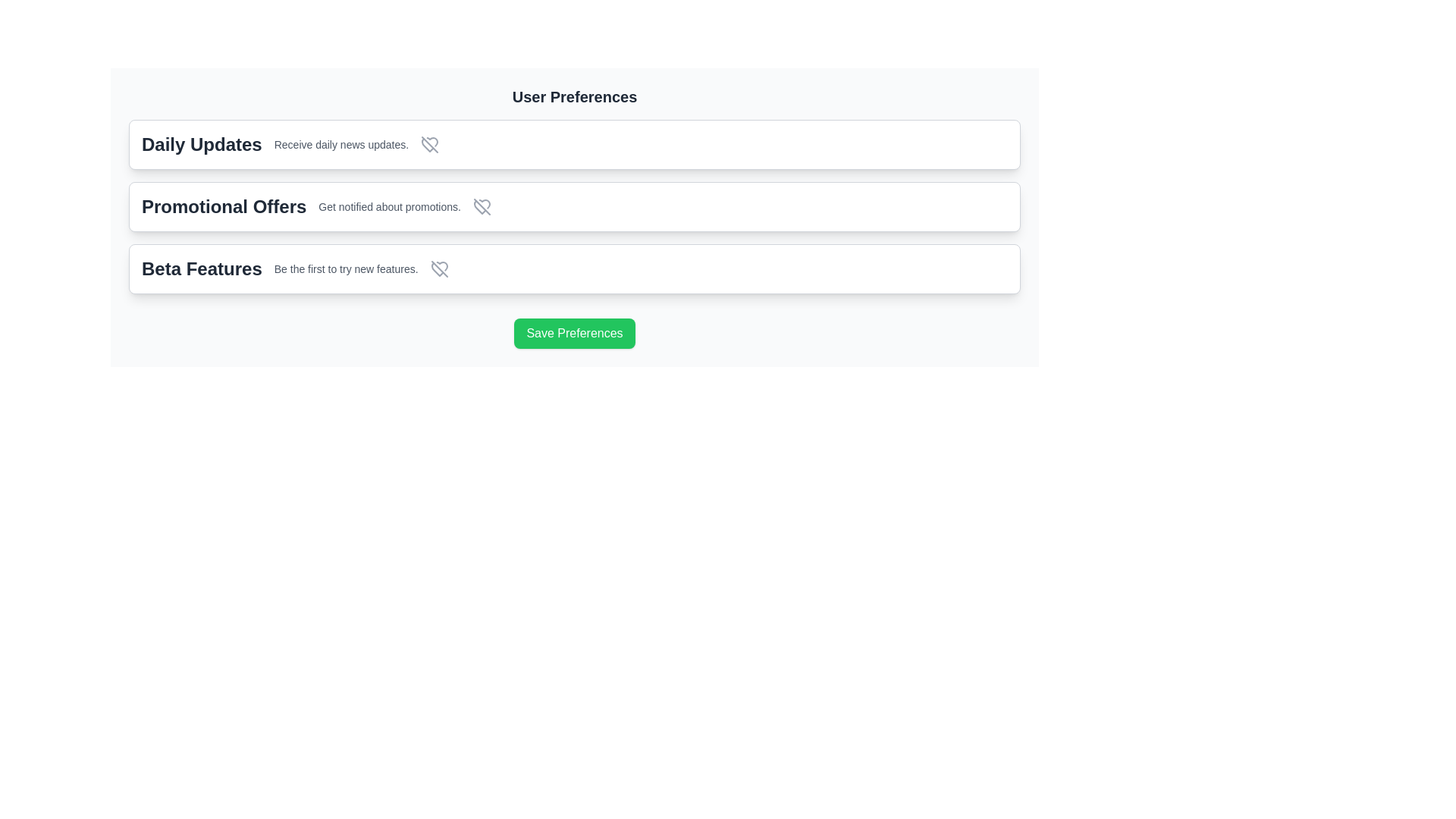 Image resolution: width=1456 pixels, height=819 pixels. I want to click on the static text that provides additional information about the 'Daily Updates' feature, positioned below the header 'Daily Updates' and above a small icon, so click(340, 145).